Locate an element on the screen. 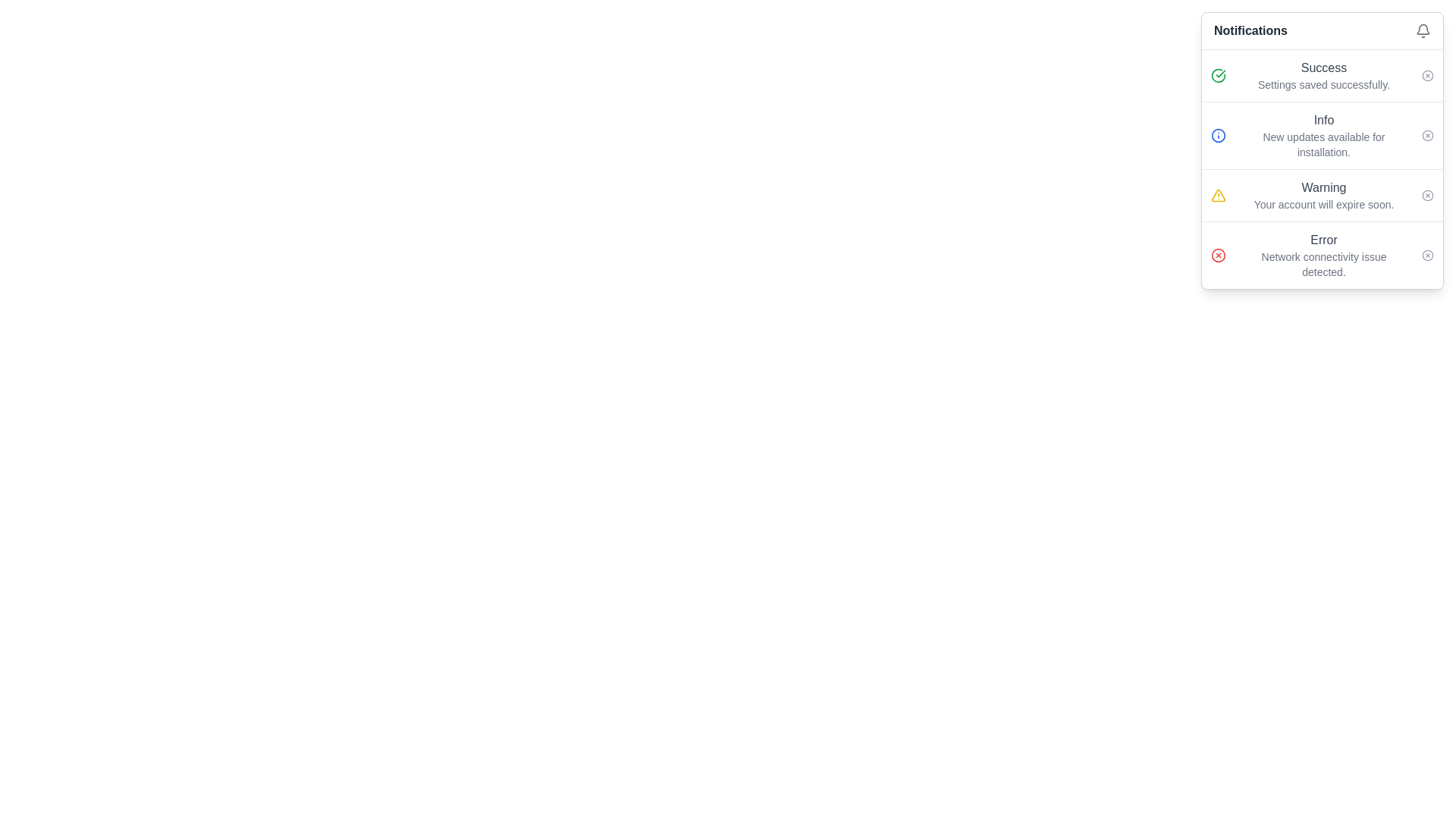  the notification text block that informs the user about the successful saving of settings is located at coordinates (1323, 76).